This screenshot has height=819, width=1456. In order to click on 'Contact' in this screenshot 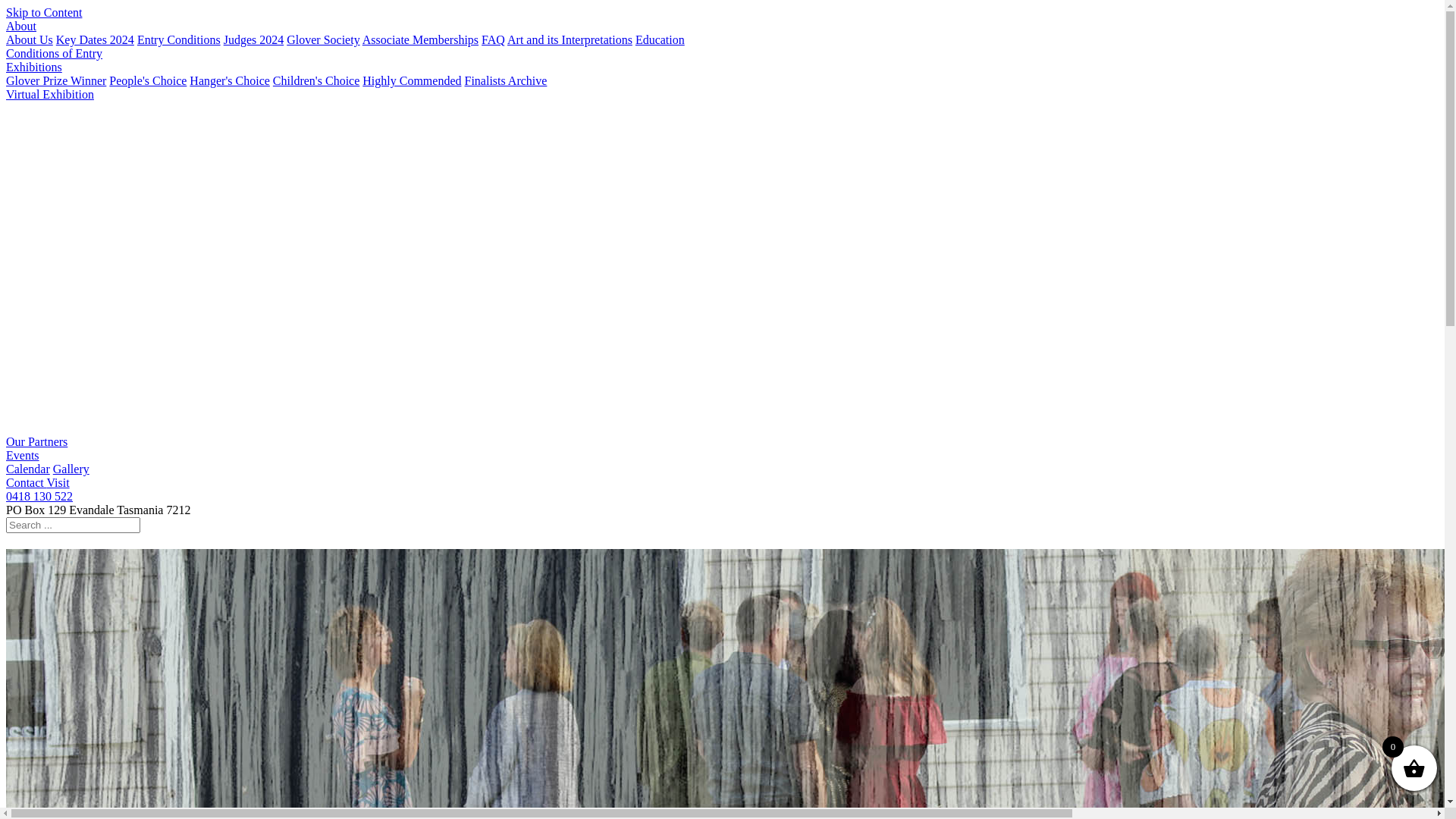, I will do `click(26, 482)`.